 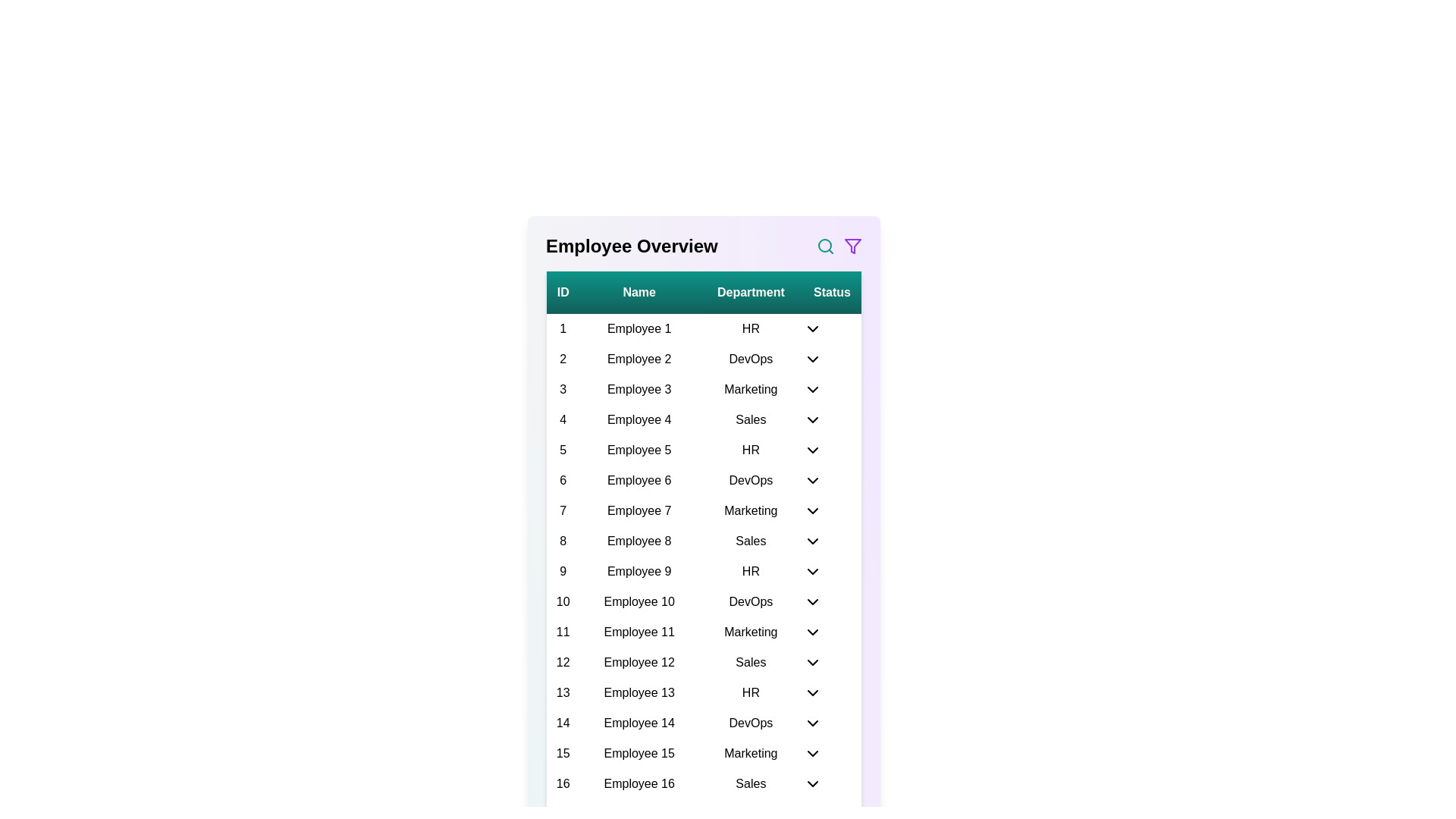 I want to click on the search icon to initiate a search, so click(x=825, y=245).